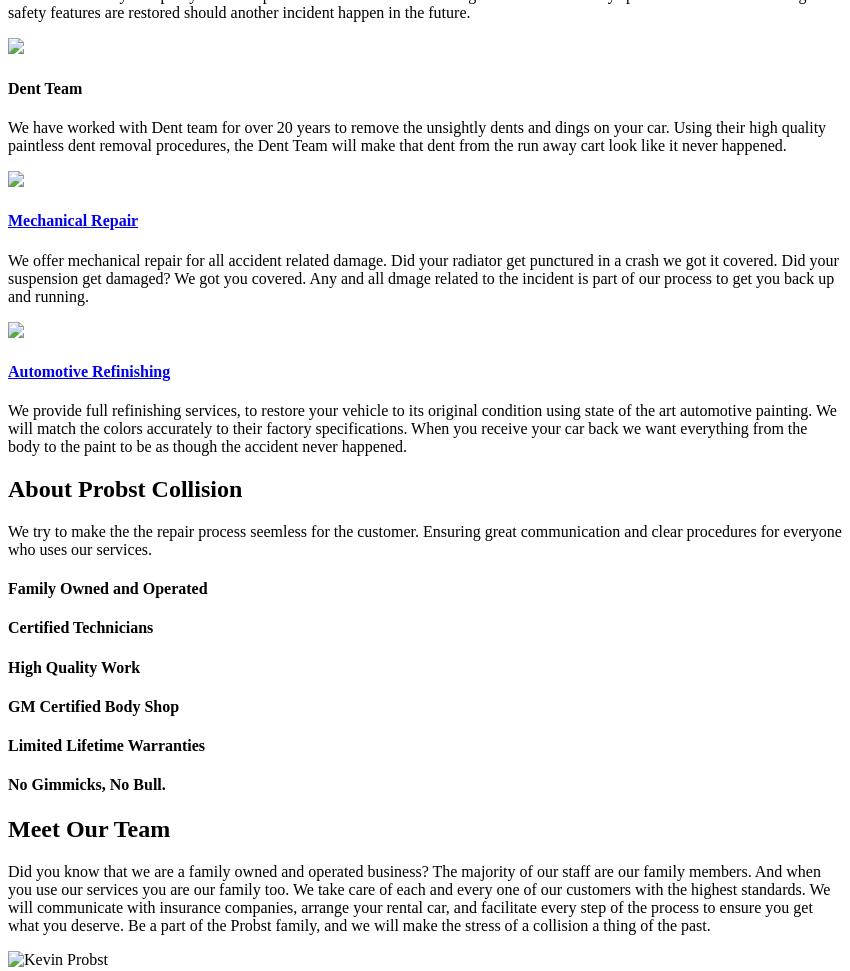  I want to click on 'Limited Lifetime Warranties', so click(105, 744).